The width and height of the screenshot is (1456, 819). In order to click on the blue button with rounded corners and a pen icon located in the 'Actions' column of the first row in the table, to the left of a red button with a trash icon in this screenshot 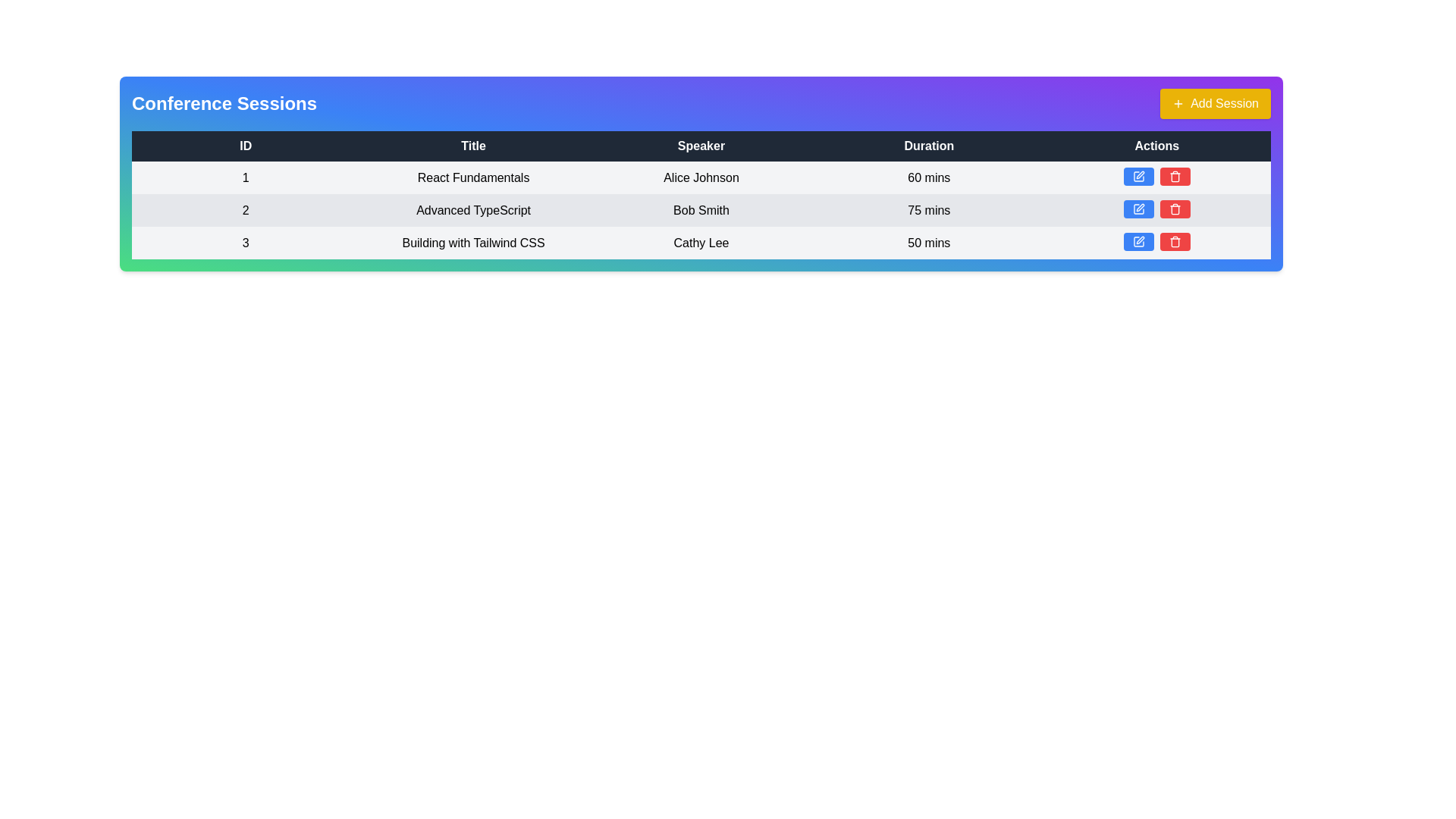, I will do `click(1138, 175)`.